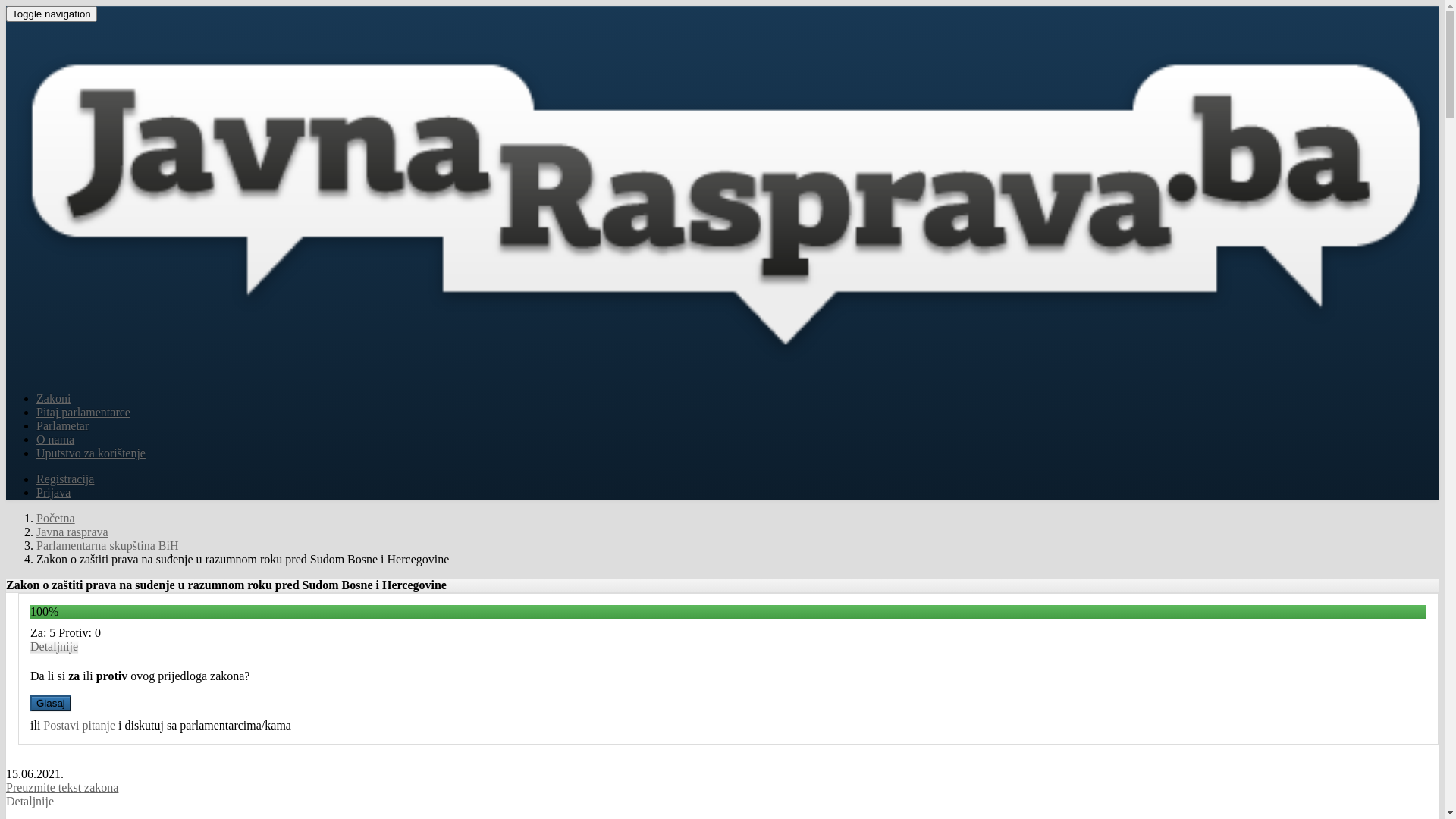 The height and width of the screenshot is (819, 1456). What do you see at coordinates (64, 479) in the screenshot?
I see `'Registracija'` at bounding box center [64, 479].